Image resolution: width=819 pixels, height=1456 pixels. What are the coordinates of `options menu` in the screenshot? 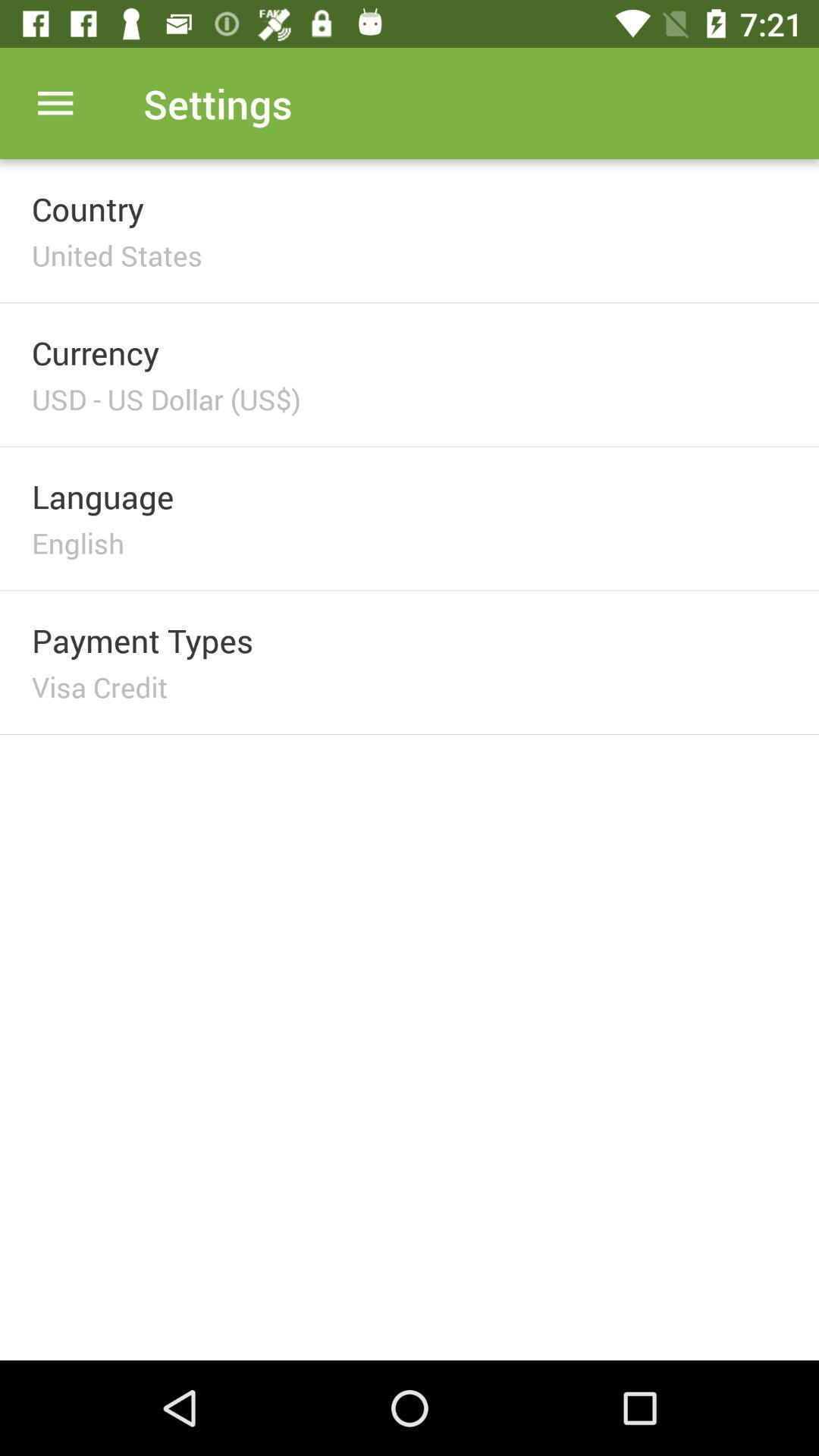 It's located at (55, 102).